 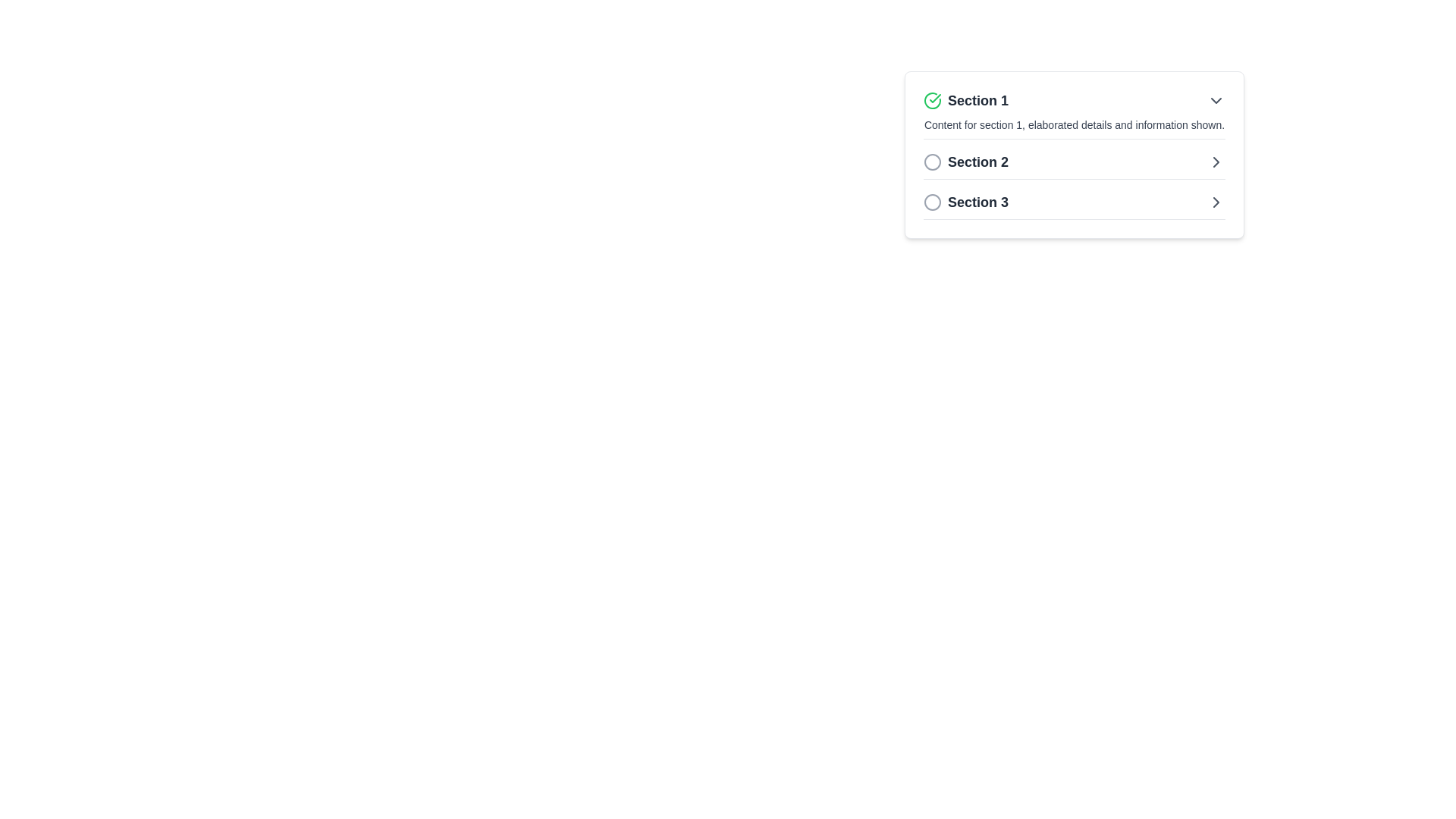 What do you see at coordinates (931, 162) in the screenshot?
I see `the circular indicator button for 'Section 2'` at bounding box center [931, 162].